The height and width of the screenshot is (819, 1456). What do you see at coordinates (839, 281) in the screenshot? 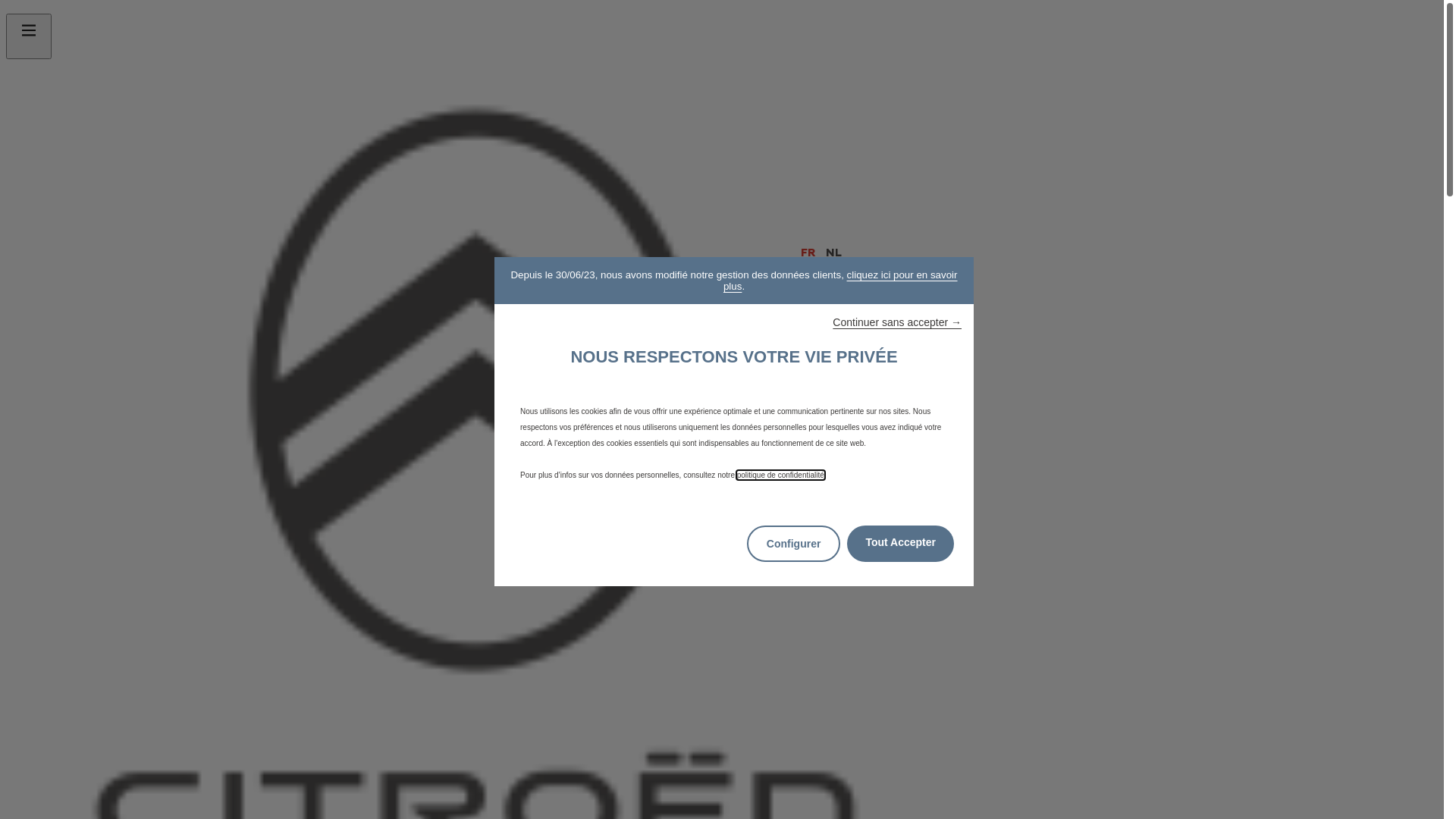
I see `'cliquez ici pour en savoir plus'` at bounding box center [839, 281].